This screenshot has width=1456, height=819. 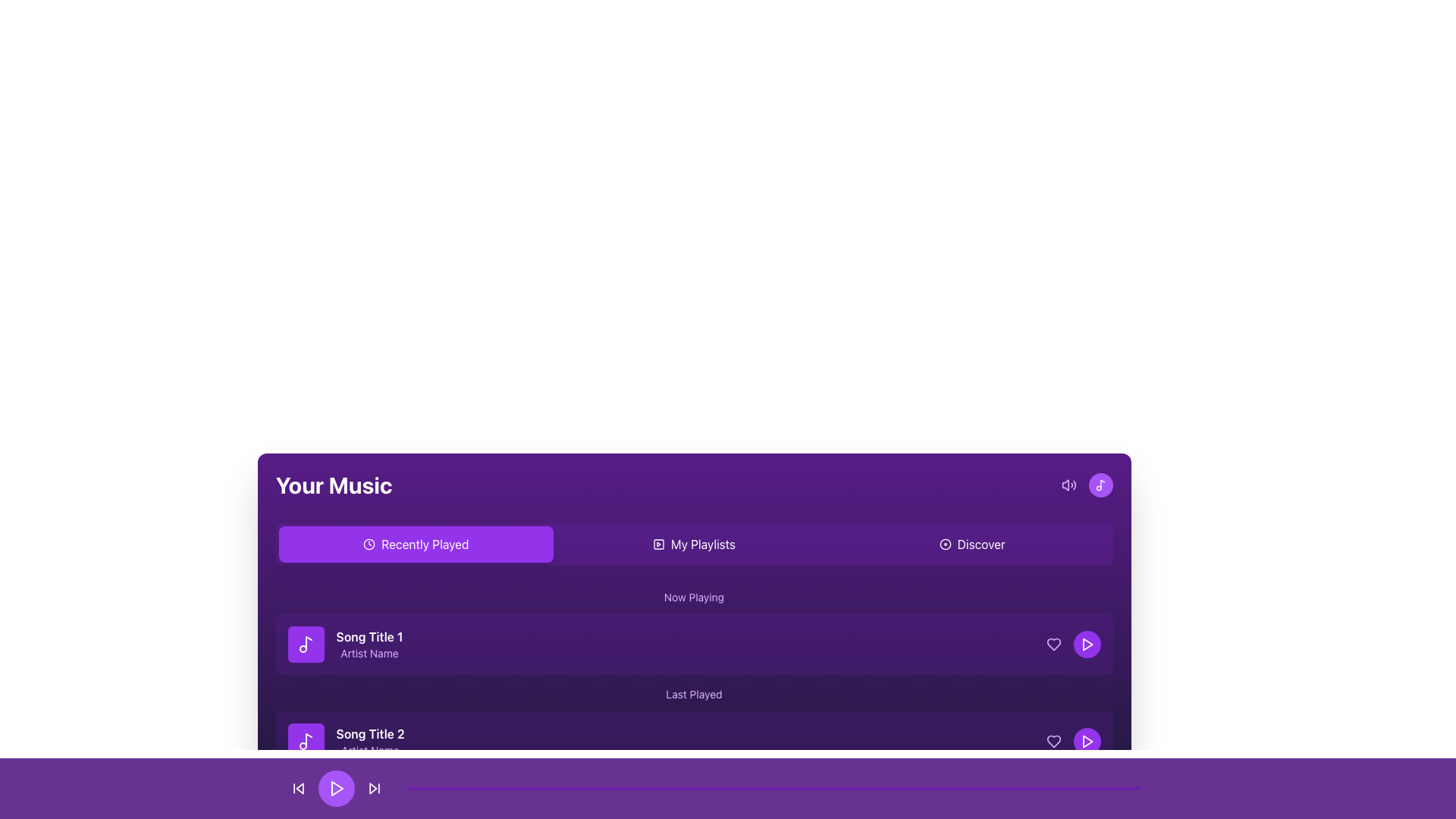 I want to click on the first list item representing a song in the 'Your Music' section, which displays the song's title and artist information, so click(x=344, y=644).